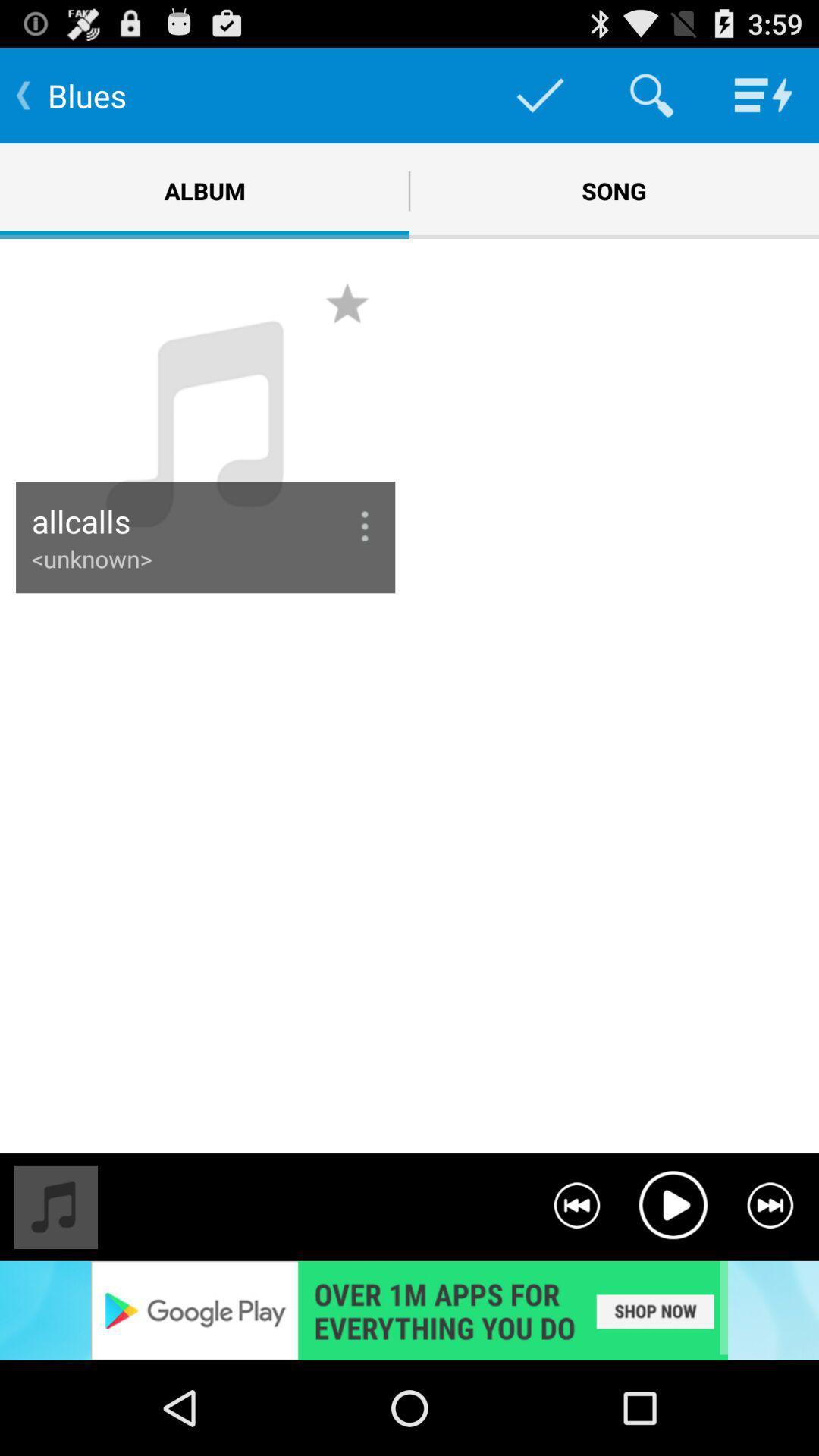 The width and height of the screenshot is (819, 1456). What do you see at coordinates (539, 101) in the screenshot?
I see `the check icon` at bounding box center [539, 101].